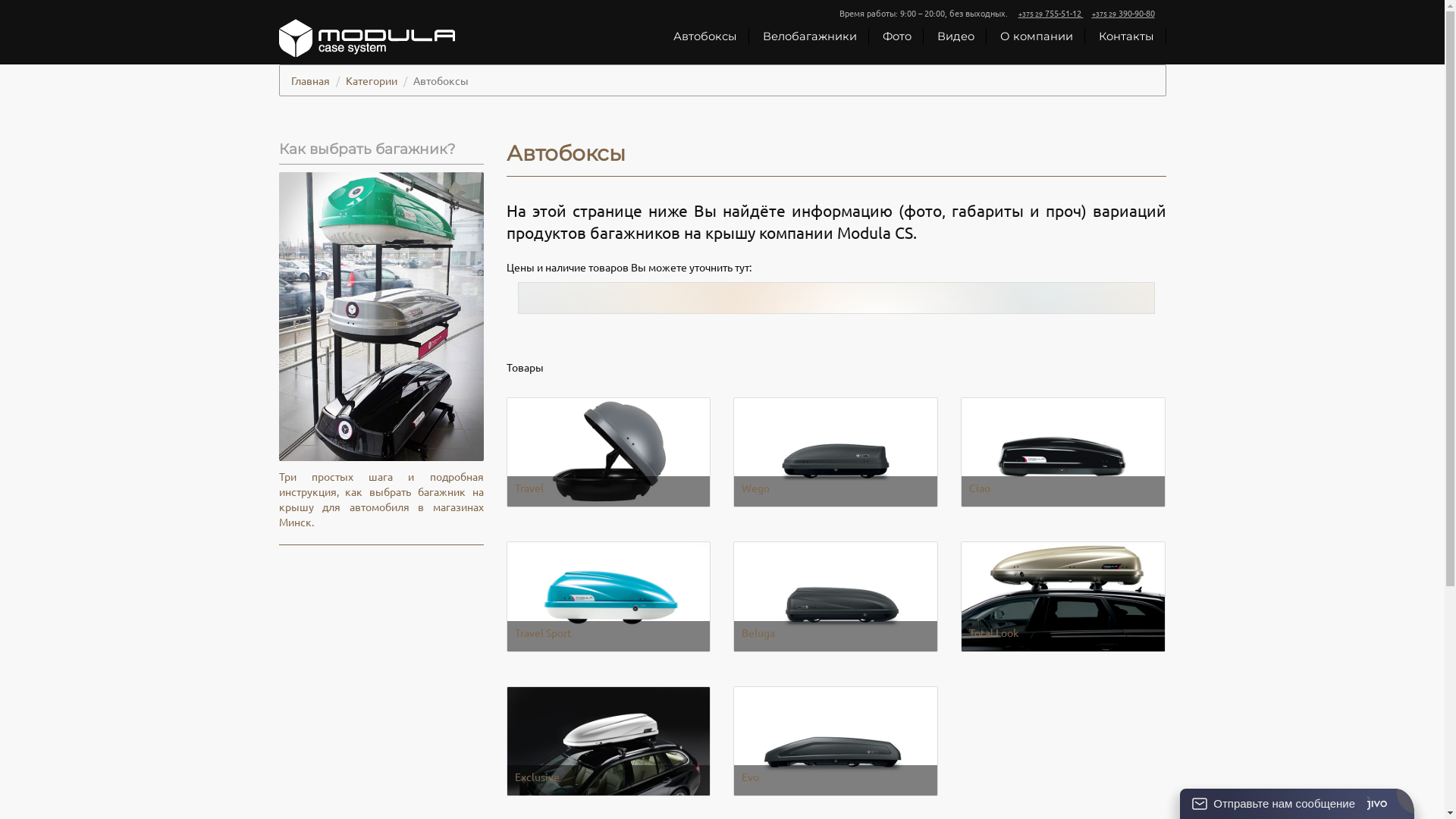 The width and height of the screenshot is (1456, 819). I want to click on '+375 29 755-51-12', so click(1018, 12).